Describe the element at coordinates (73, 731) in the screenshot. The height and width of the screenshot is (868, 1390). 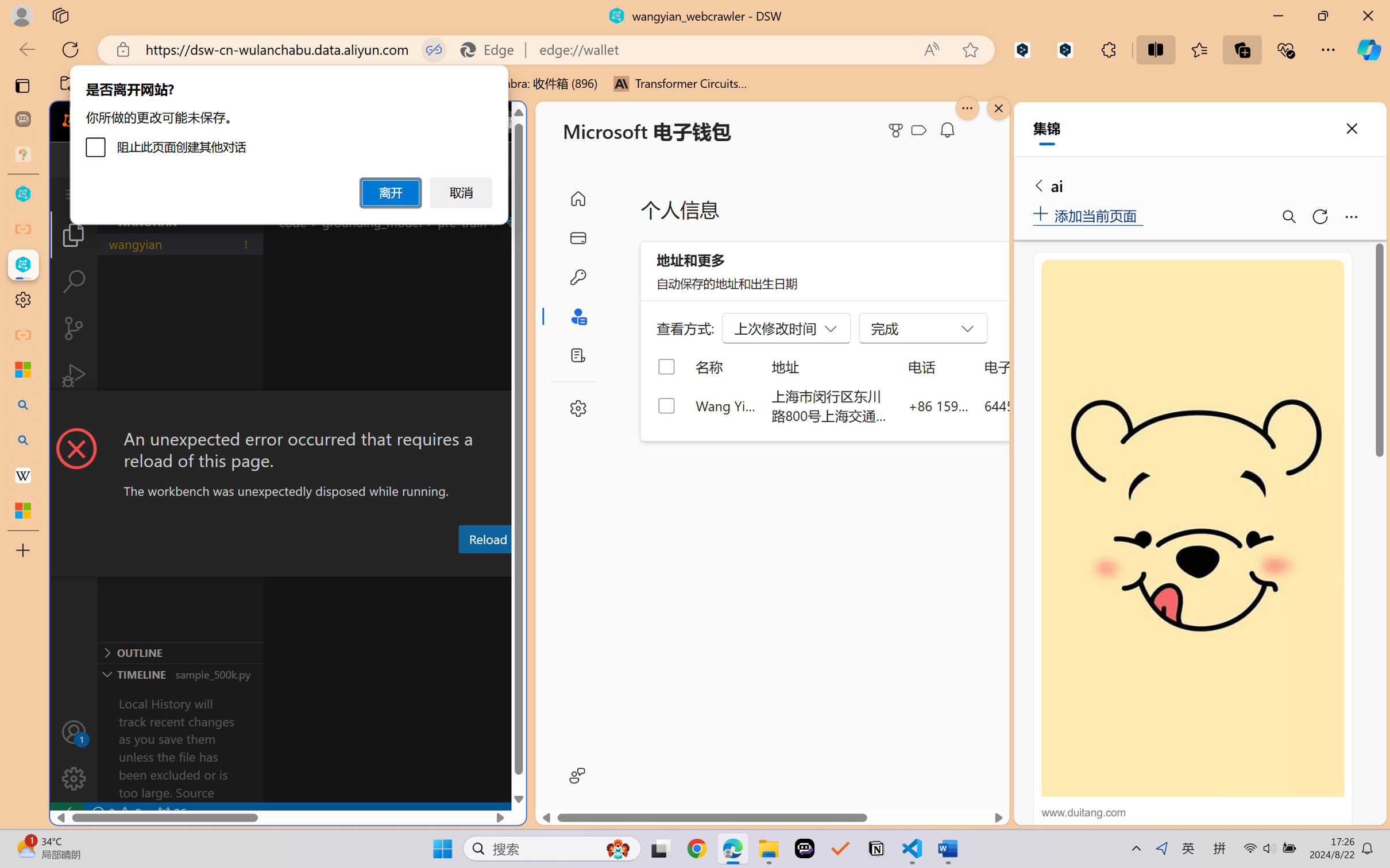
I see `'Accounts - Sign in requested'` at that location.